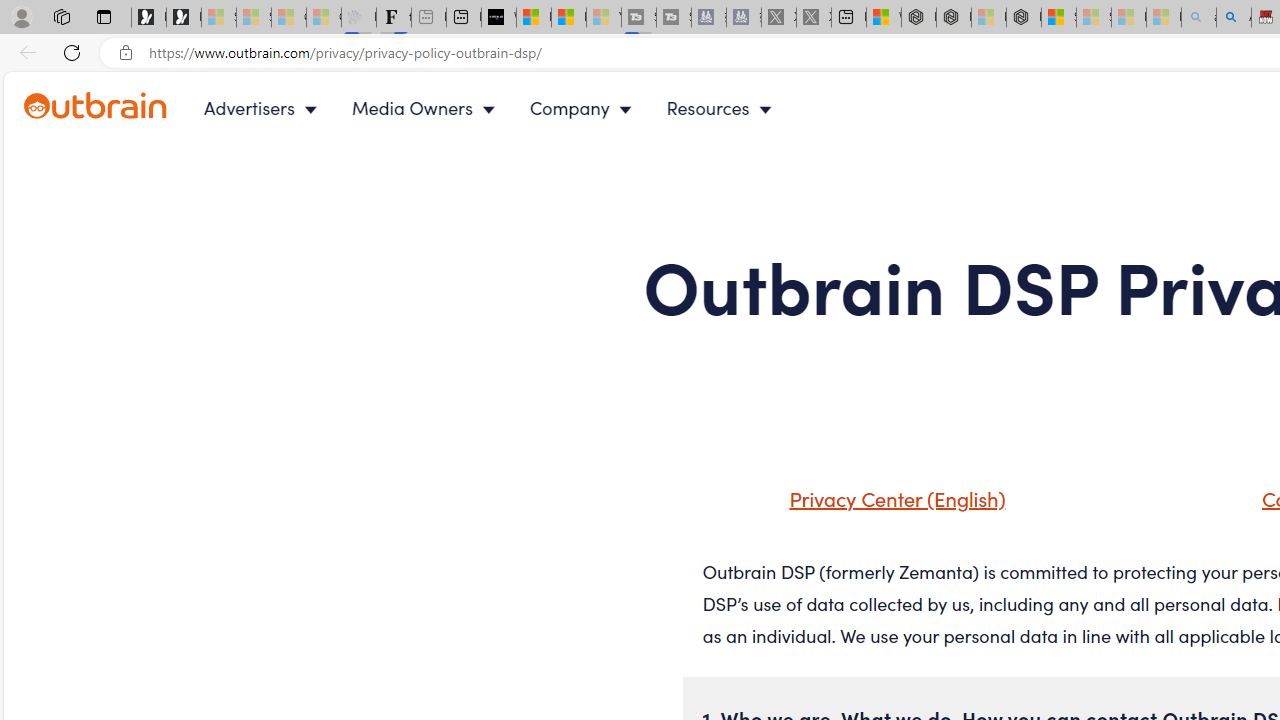  Describe the element at coordinates (60, 82) in the screenshot. I see `'Skip navigation to go to main content'` at that location.